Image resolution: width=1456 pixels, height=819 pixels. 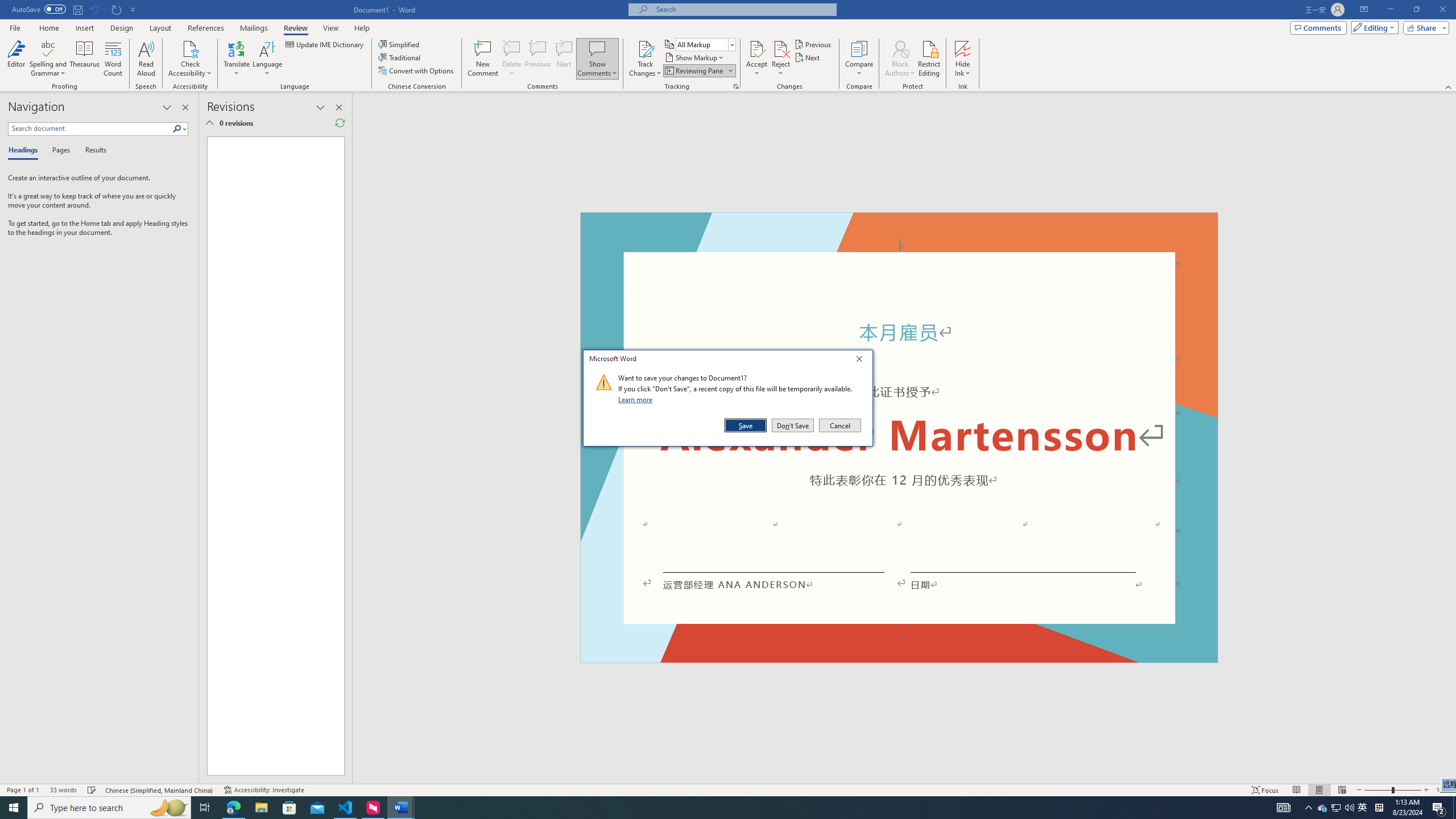 I want to click on 'Zoom In', so click(x=1426, y=790).